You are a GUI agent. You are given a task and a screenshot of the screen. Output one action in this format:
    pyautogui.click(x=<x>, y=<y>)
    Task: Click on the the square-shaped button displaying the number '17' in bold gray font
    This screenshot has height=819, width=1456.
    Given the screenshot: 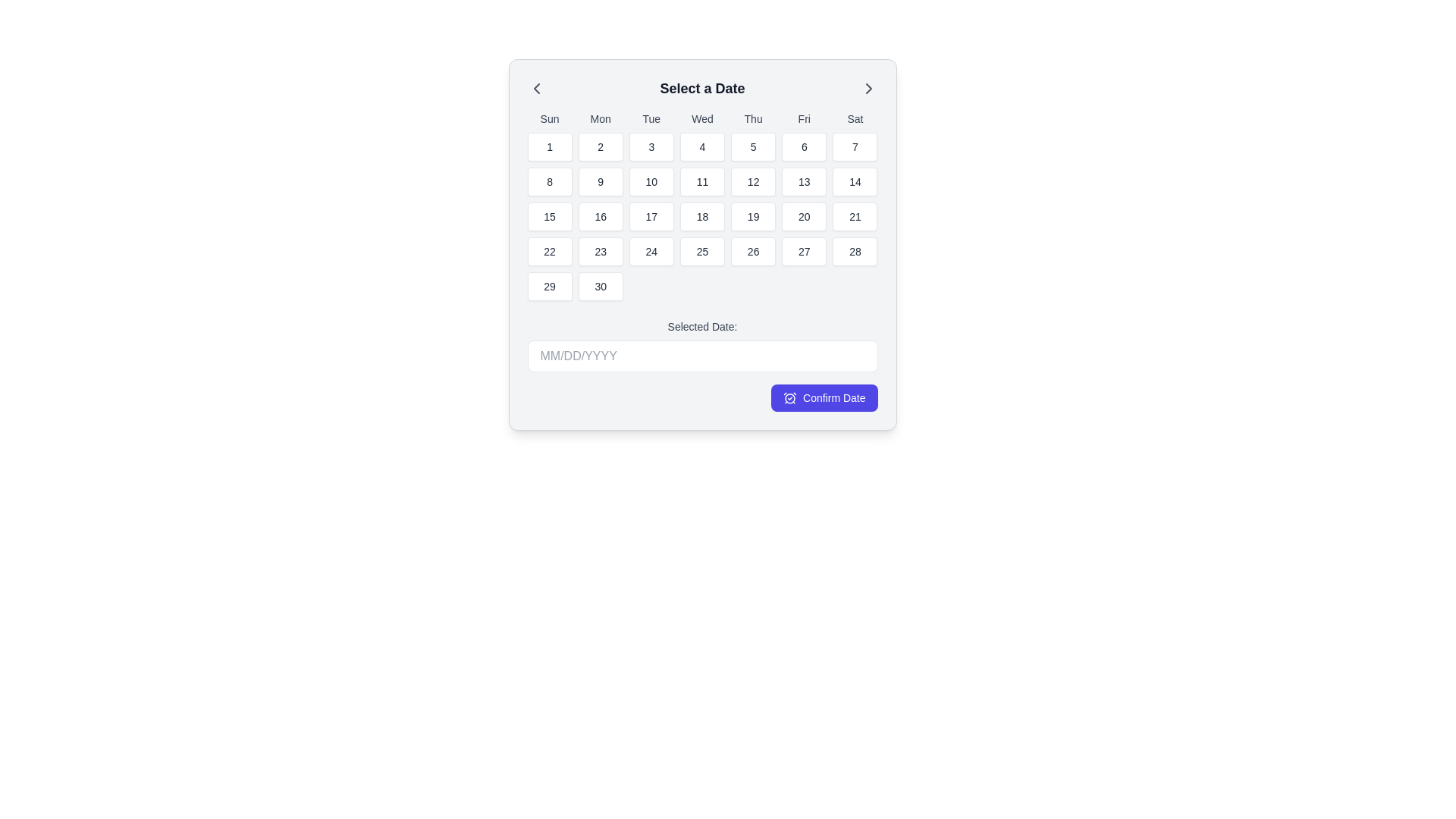 What is the action you would take?
    pyautogui.click(x=651, y=216)
    